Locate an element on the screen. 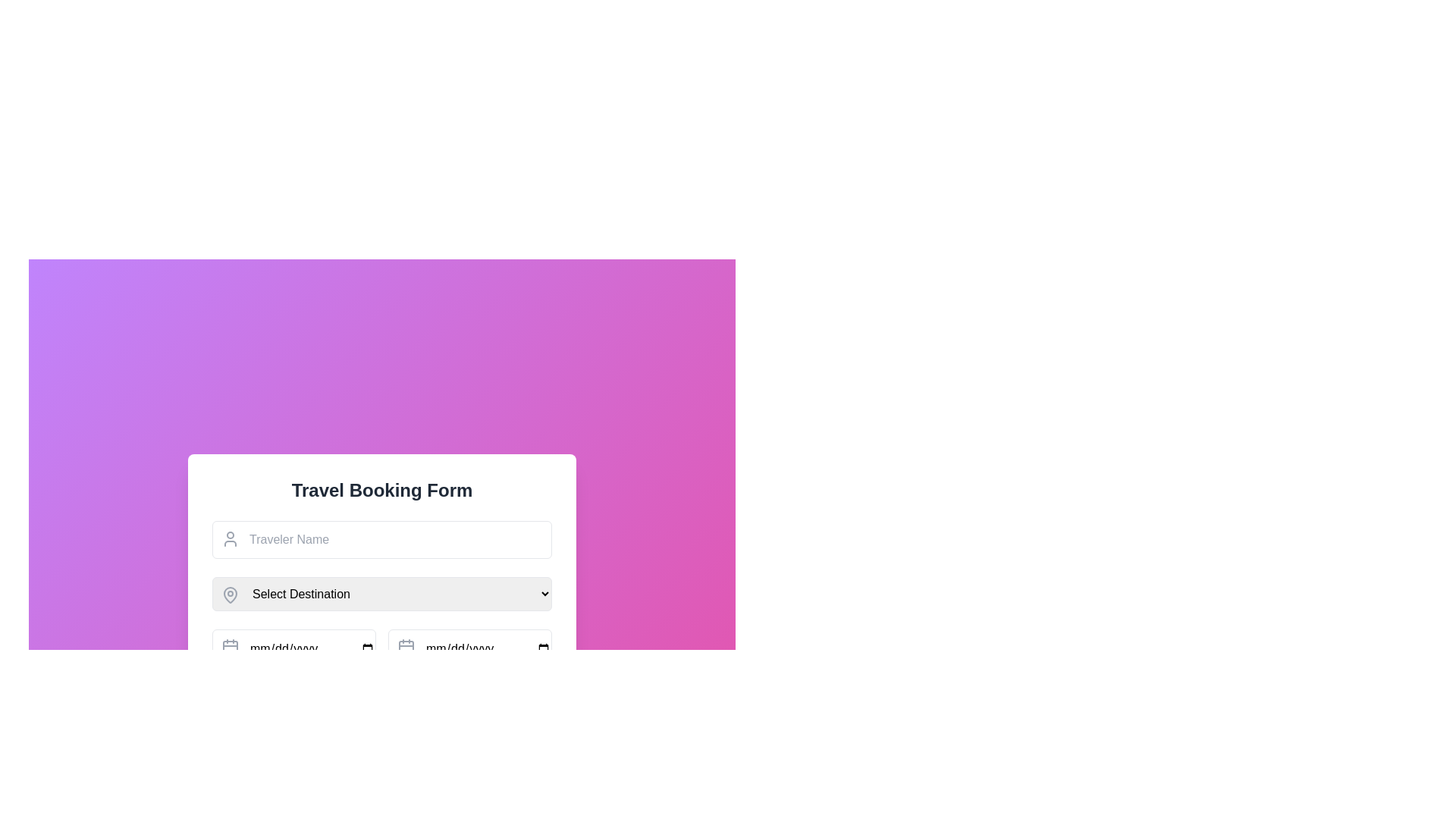 The height and width of the screenshot is (819, 1456). the Header text that reads 'Travel Booking Form', which is prominently styled in large, bold font, centered at the top of the form interface is located at coordinates (382, 491).